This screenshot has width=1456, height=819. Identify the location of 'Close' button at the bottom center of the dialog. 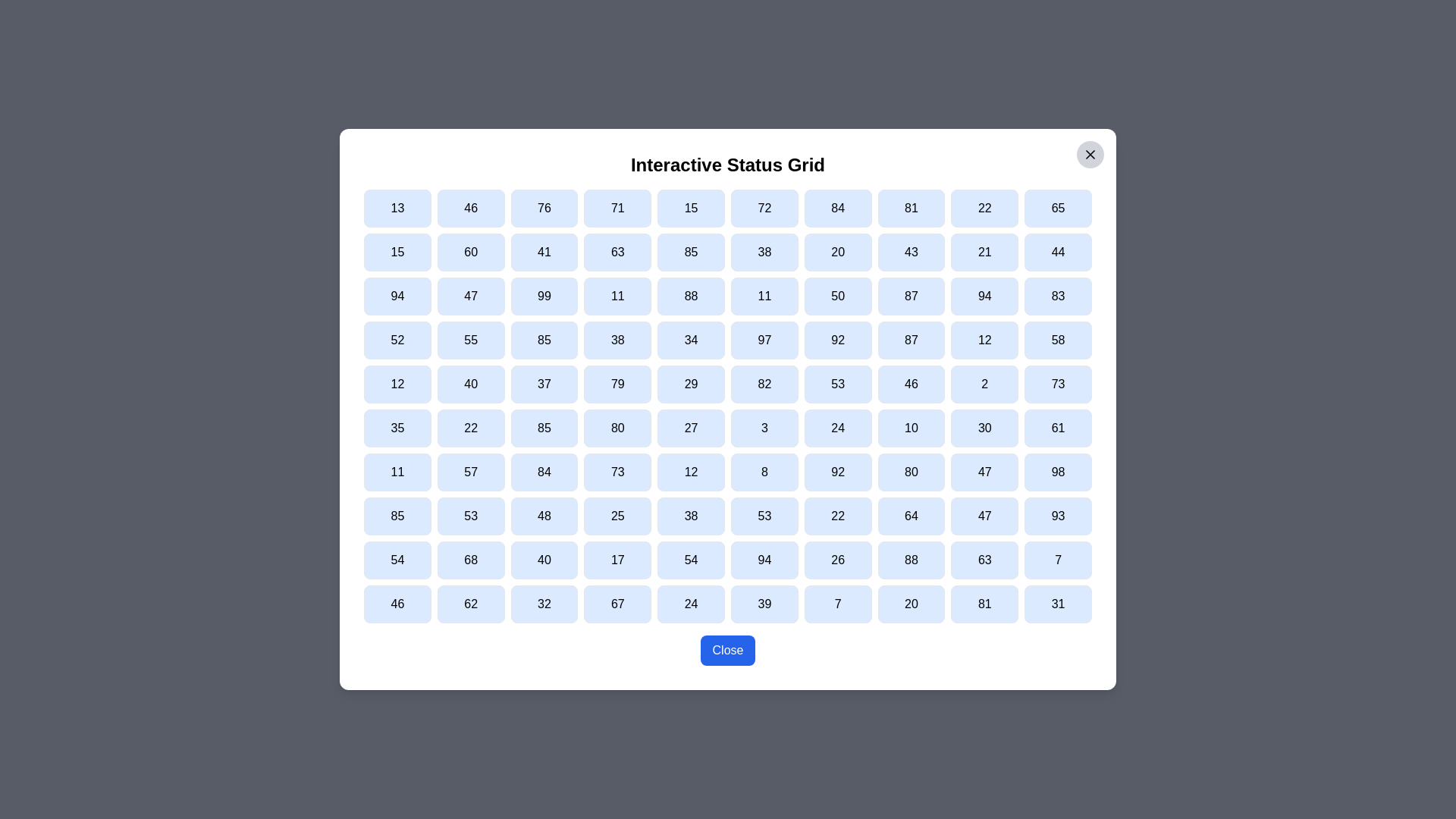
(728, 649).